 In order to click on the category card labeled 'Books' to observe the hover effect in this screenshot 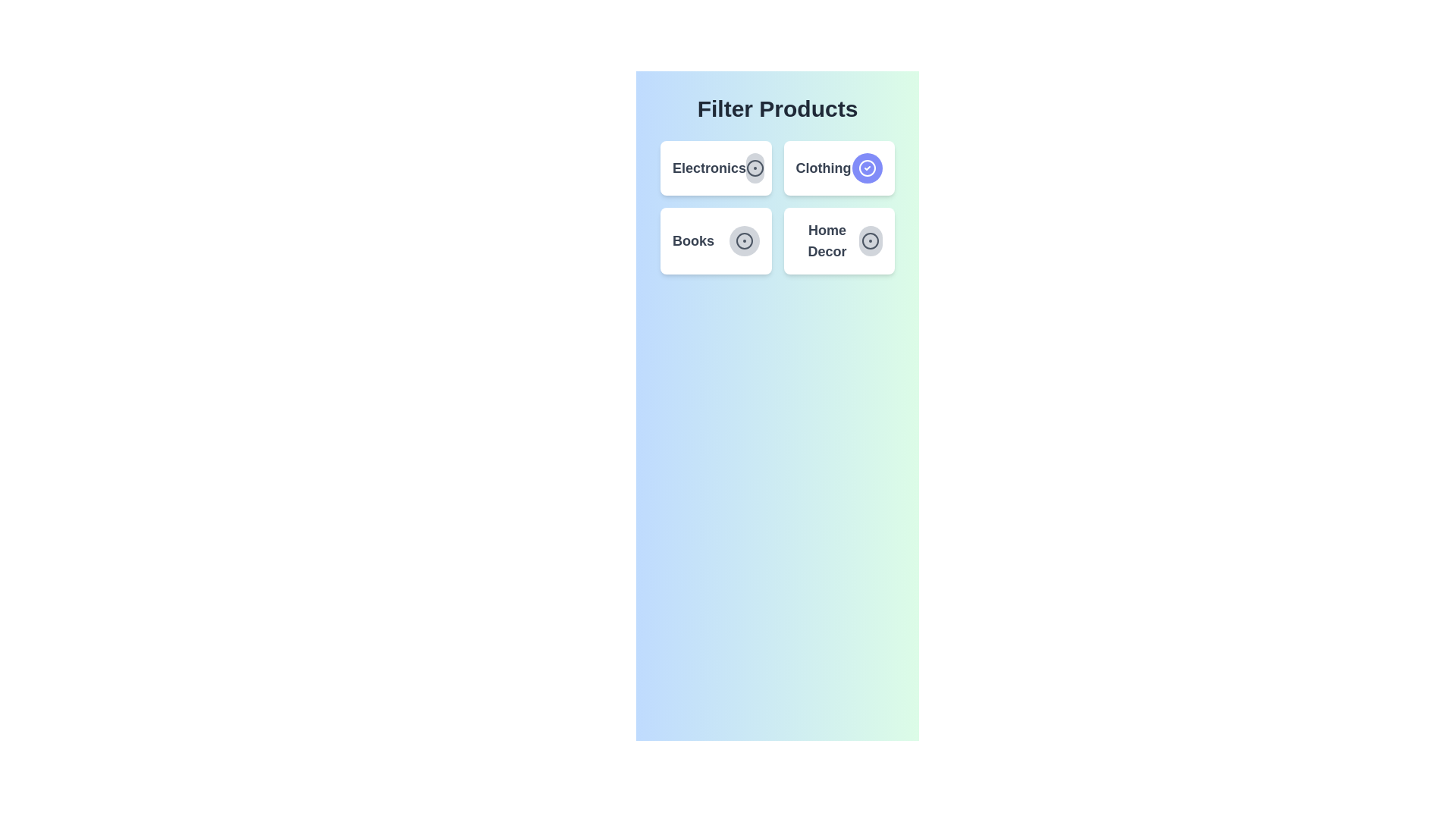, I will do `click(715, 240)`.